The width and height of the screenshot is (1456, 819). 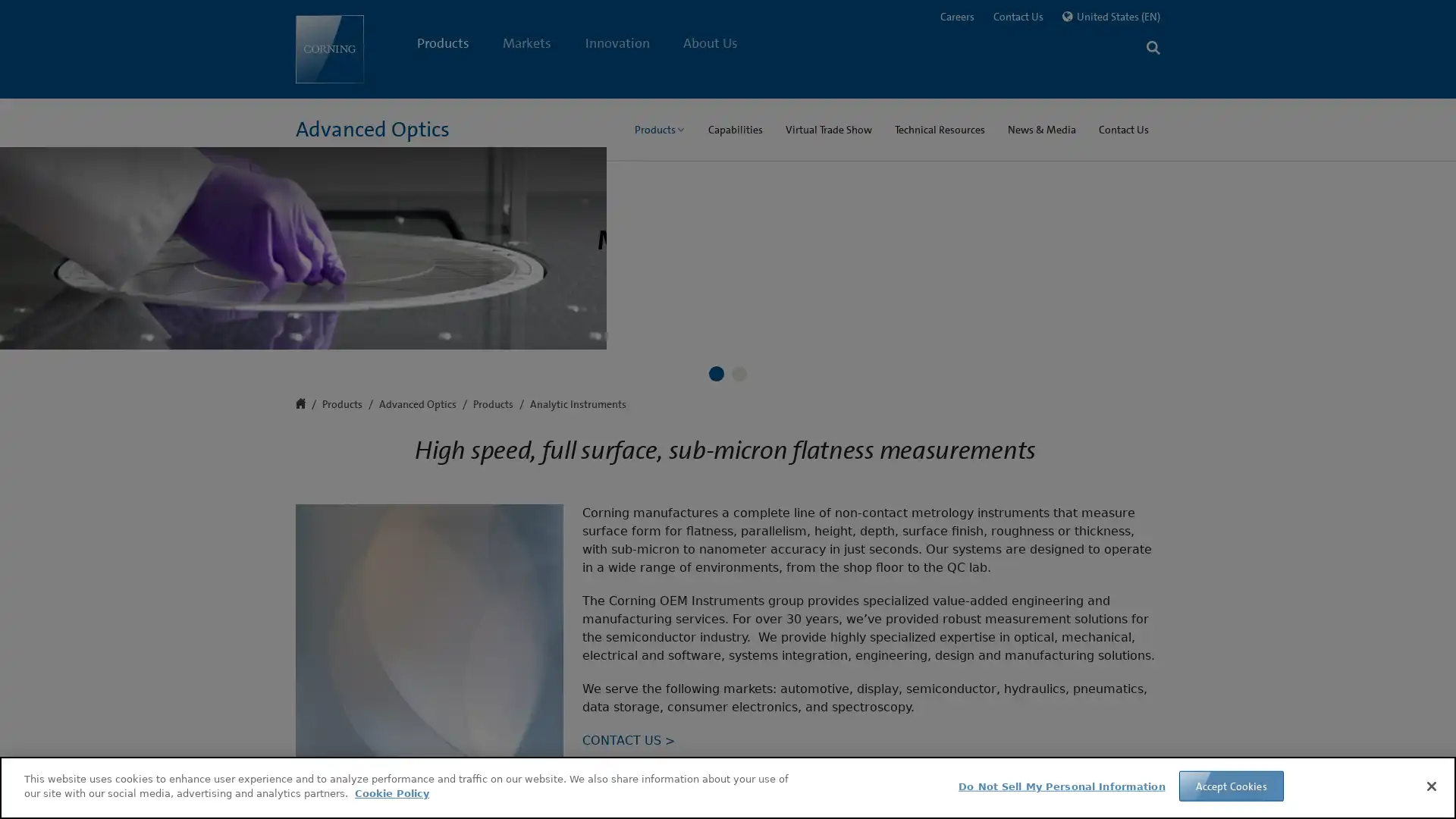 What do you see at coordinates (739, 668) in the screenshot?
I see `2` at bounding box center [739, 668].